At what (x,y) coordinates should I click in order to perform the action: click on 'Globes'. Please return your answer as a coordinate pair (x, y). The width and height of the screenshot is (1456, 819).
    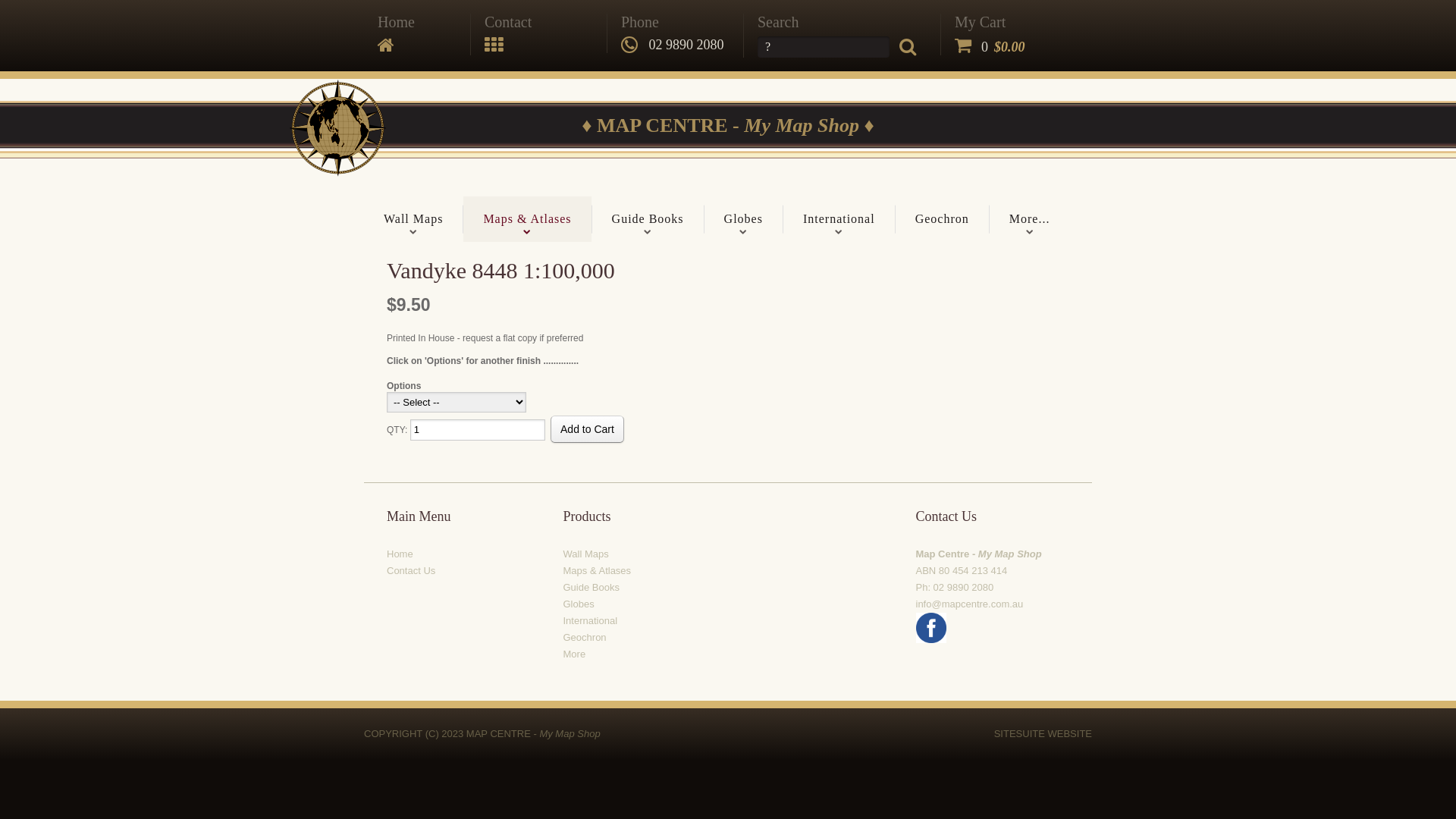
    Looking at the image, I should click on (577, 603).